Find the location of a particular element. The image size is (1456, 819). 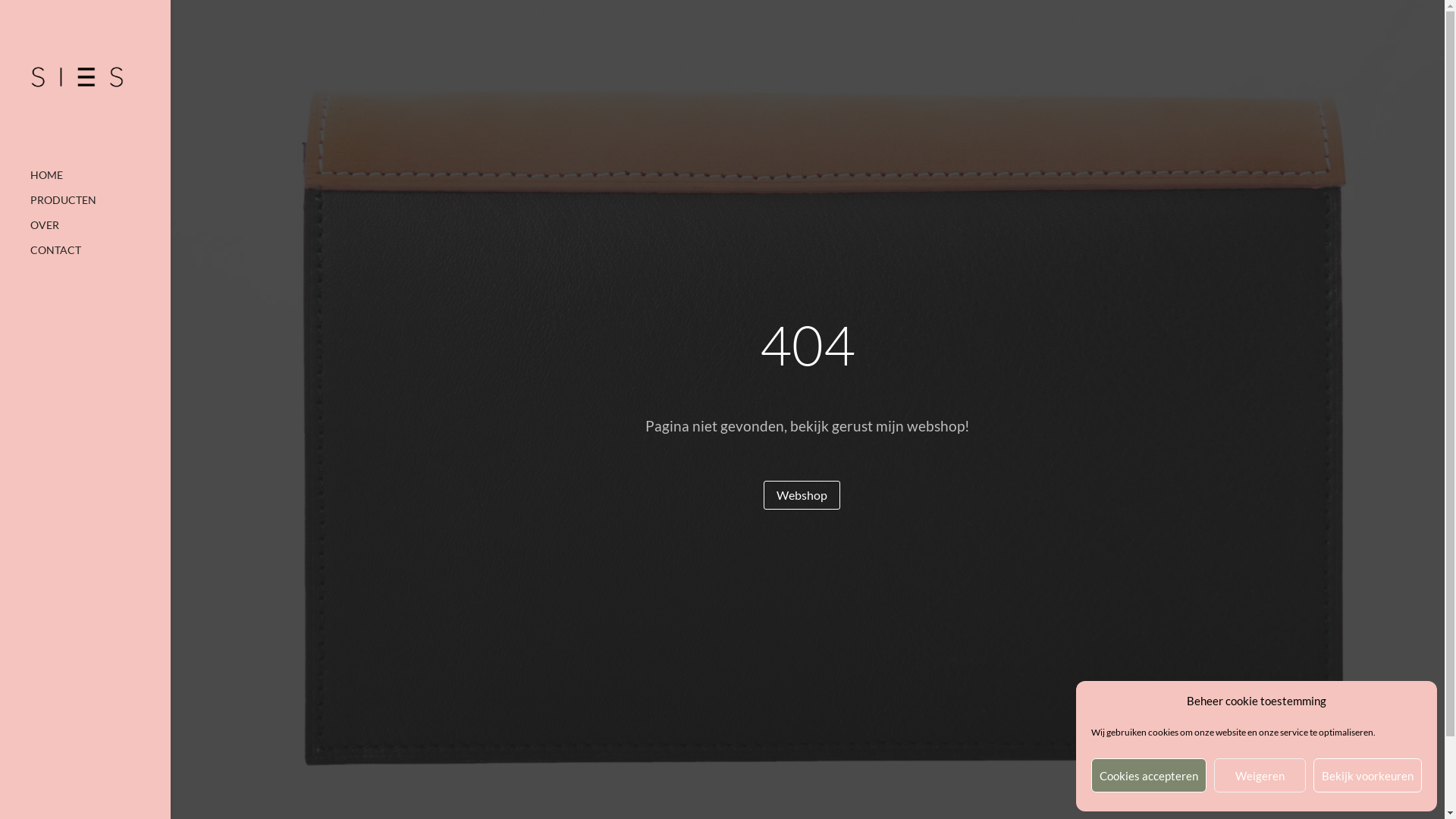

'Weigeren' is located at coordinates (1260, 775).